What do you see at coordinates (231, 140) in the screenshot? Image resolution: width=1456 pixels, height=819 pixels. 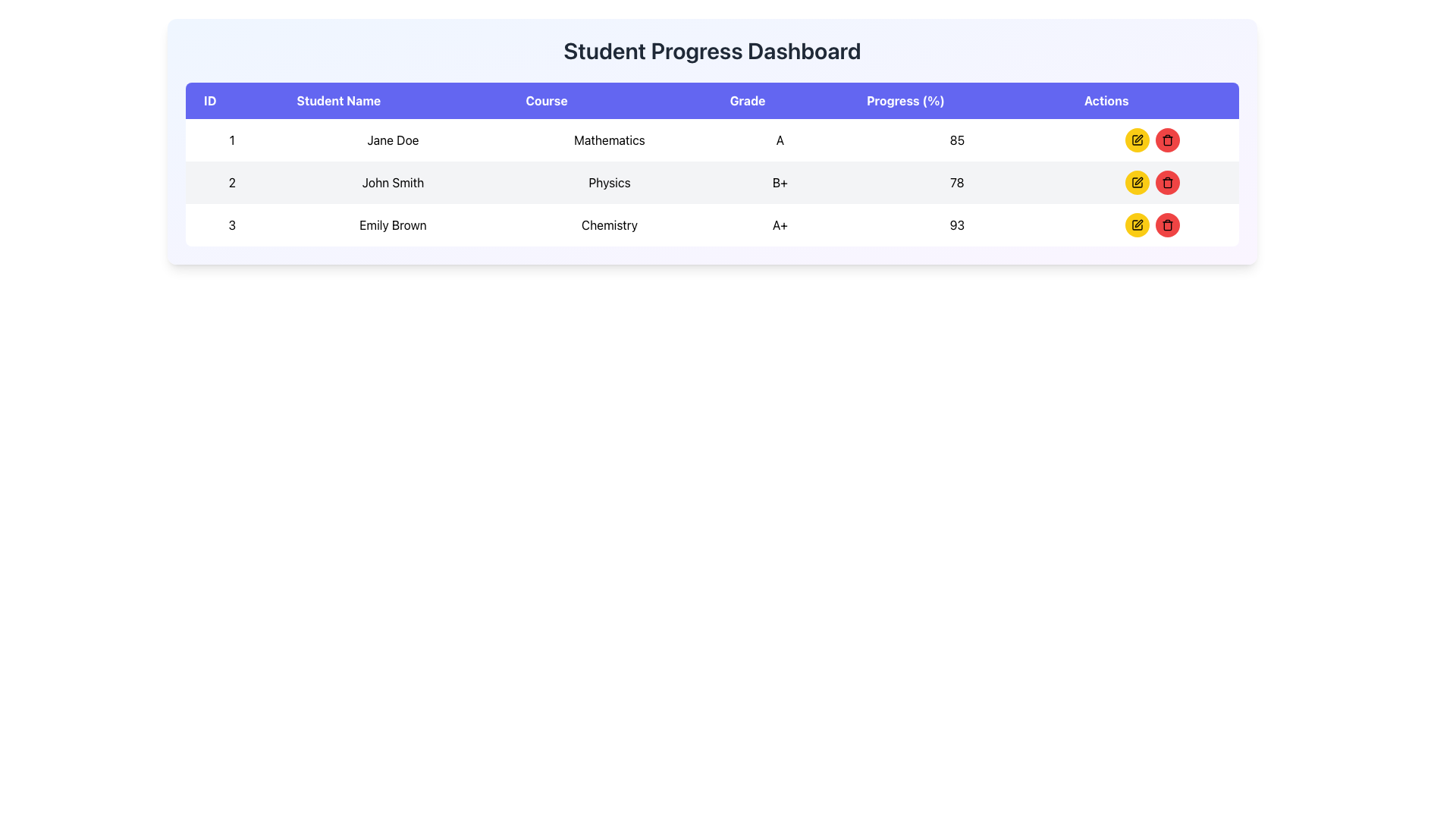 I see `the Text Label located in the first cell of the table row, which identifies the position or serial number of the entry, situated to the left of 'Jane Doe'` at bounding box center [231, 140].